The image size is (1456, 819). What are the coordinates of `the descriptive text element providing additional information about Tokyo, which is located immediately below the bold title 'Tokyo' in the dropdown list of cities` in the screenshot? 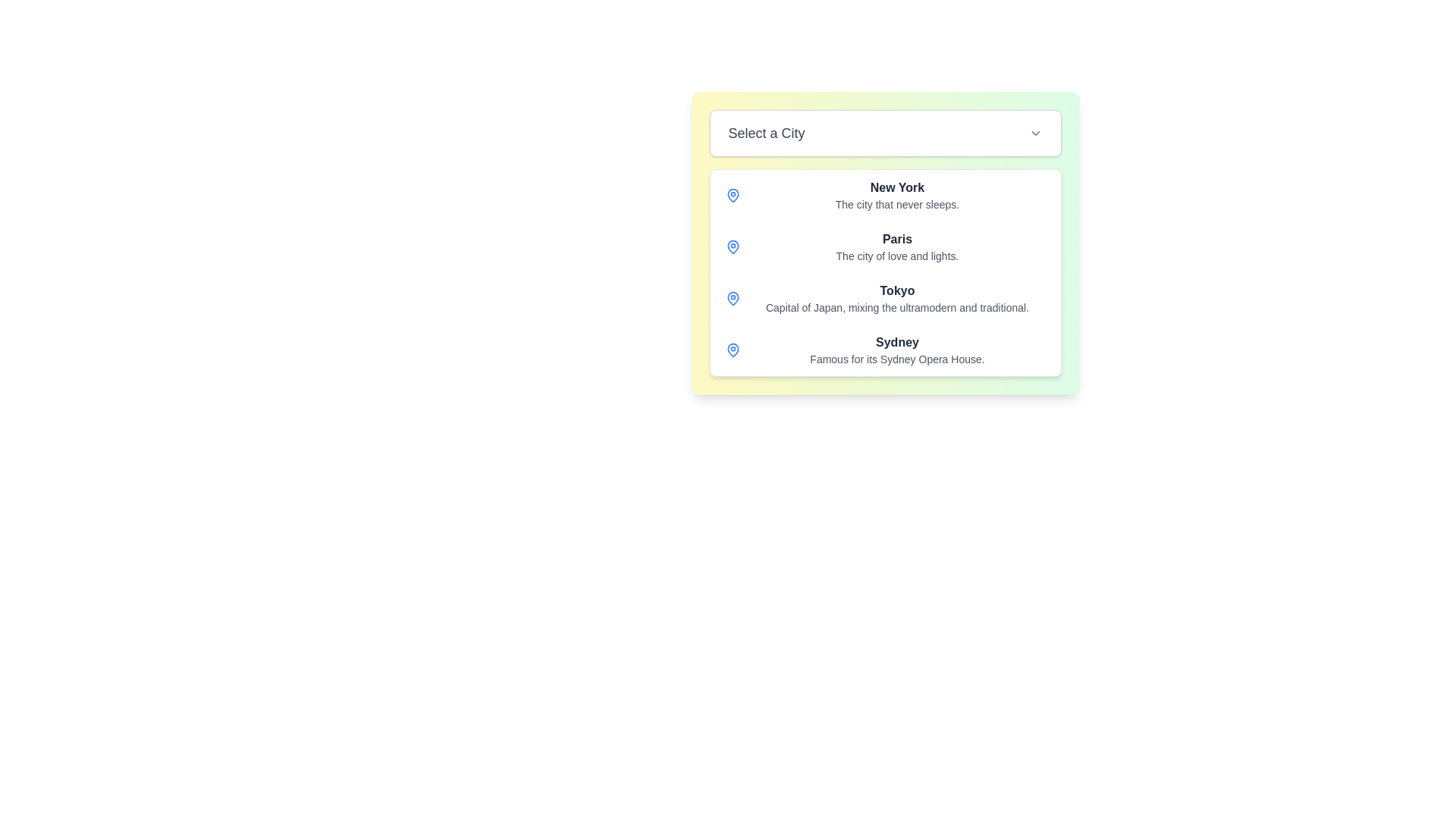 It's located at (897, 307).